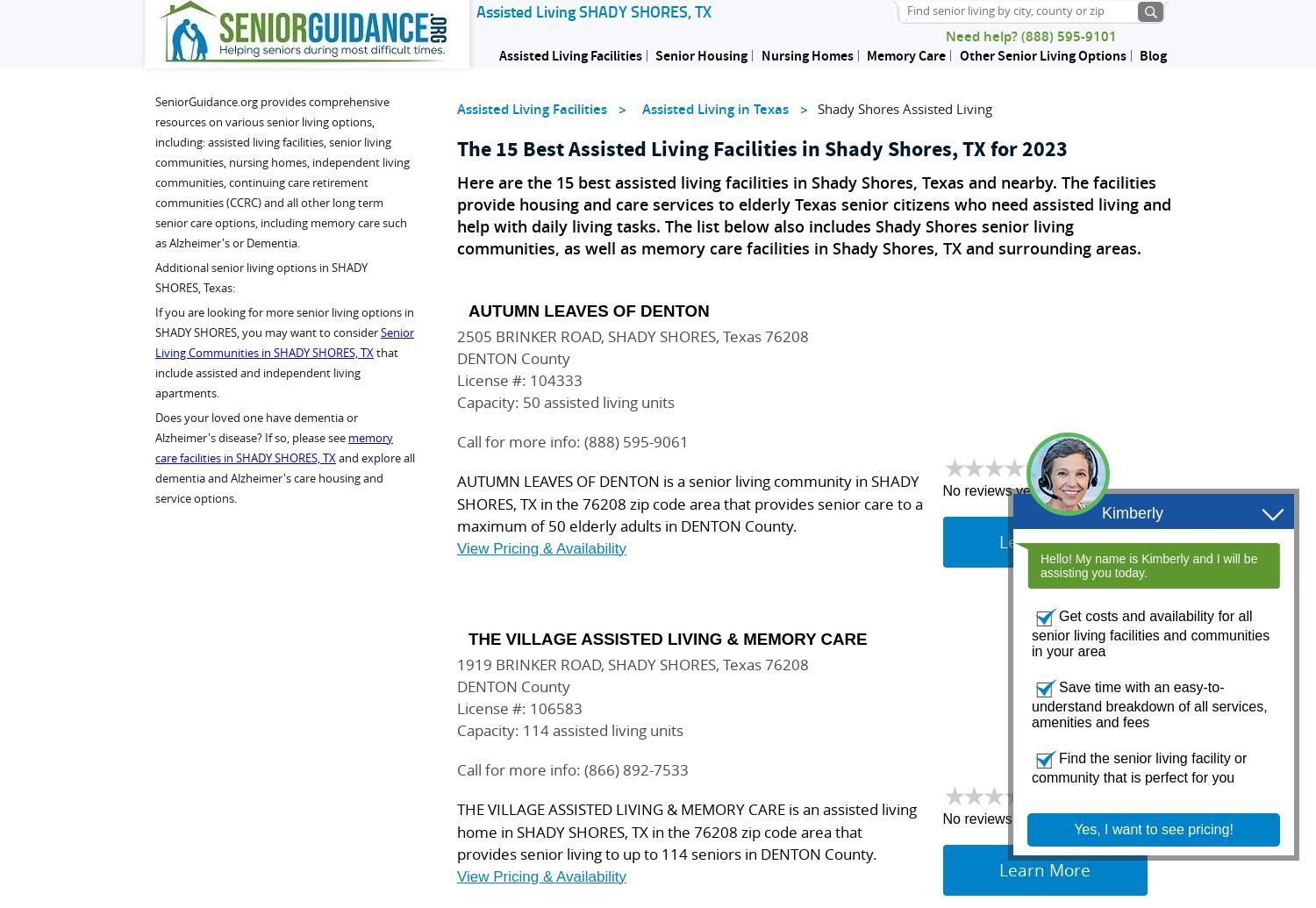  Describe the element at coordinates (261, 277) in the screenshot. I see `'Additional senior living options in SHADY SHORES, Texas:'` at that location.